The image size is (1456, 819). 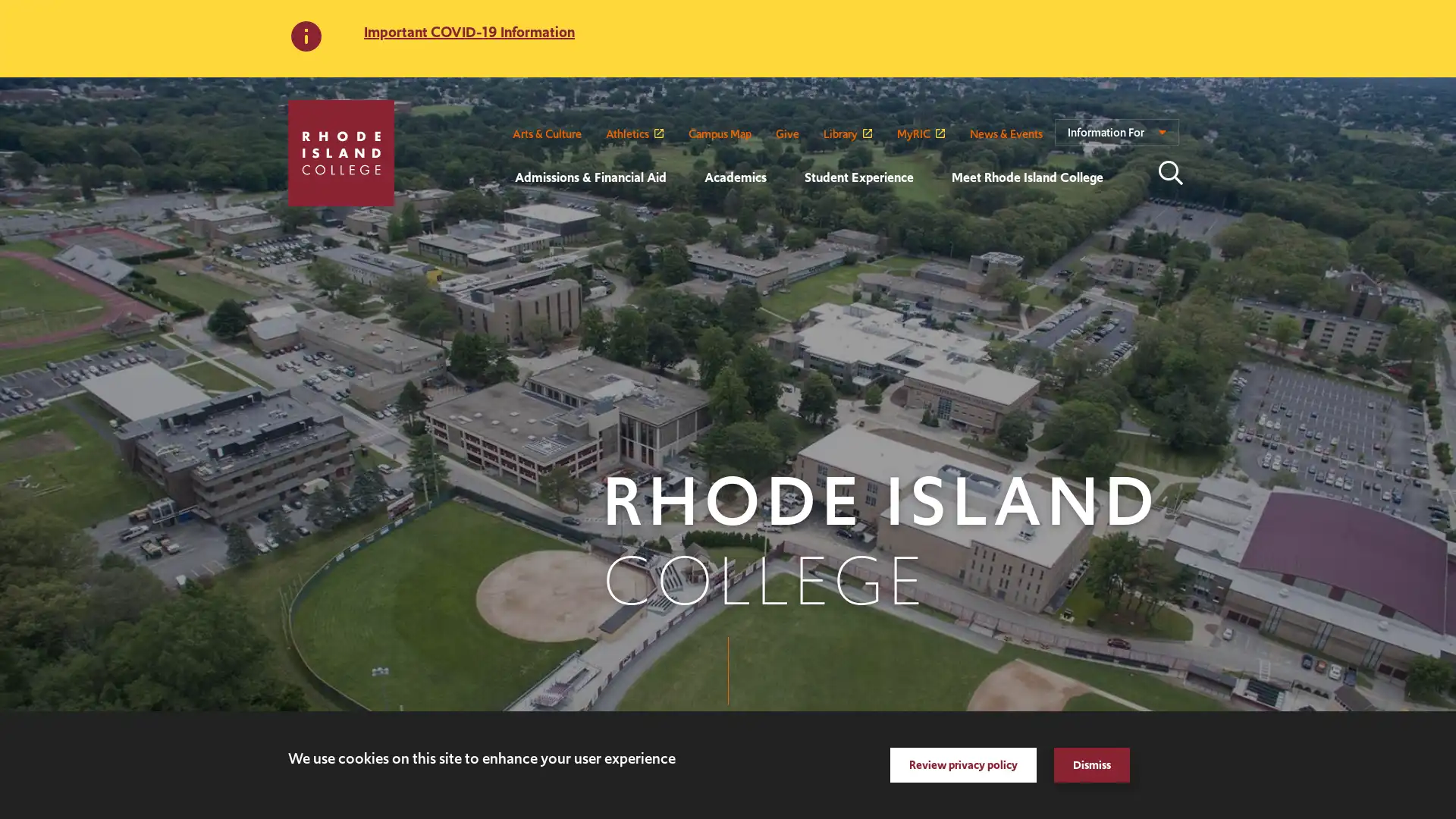 What do you see at coordinates (931, 218) in the screenshot?
I see `Meet Rhode Island College` at bounding box center [931, 218].